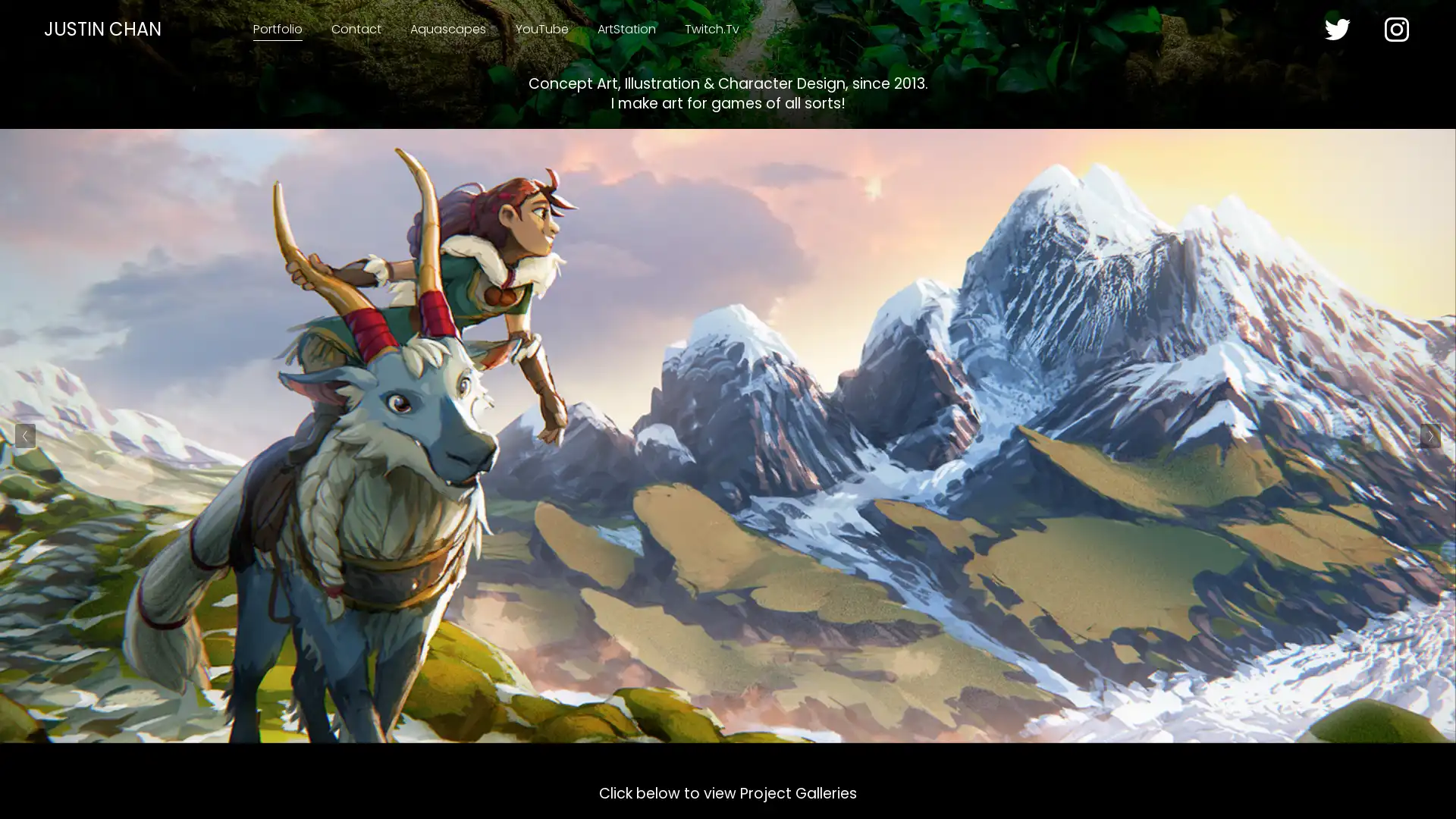 This screenshot has width=1456, height=819. Describe the element at coordinates (25, 435) in the screenshot. I see `Previous Slide` at that location.